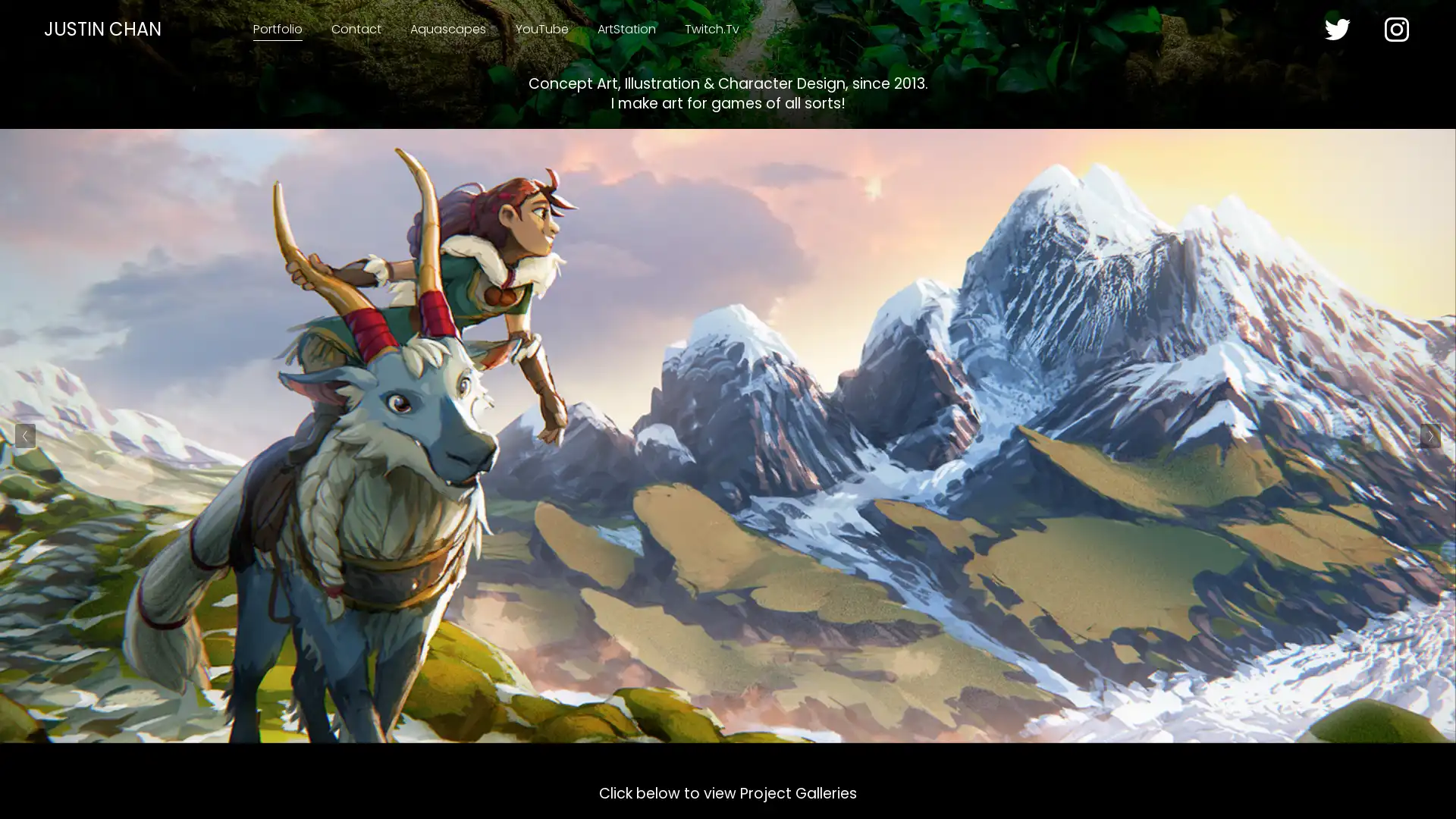 This screenshot has width=1456, height=819. Describe the element at coordinates (25, 435) in the screenshot. I see `Previous Slide` at that location.